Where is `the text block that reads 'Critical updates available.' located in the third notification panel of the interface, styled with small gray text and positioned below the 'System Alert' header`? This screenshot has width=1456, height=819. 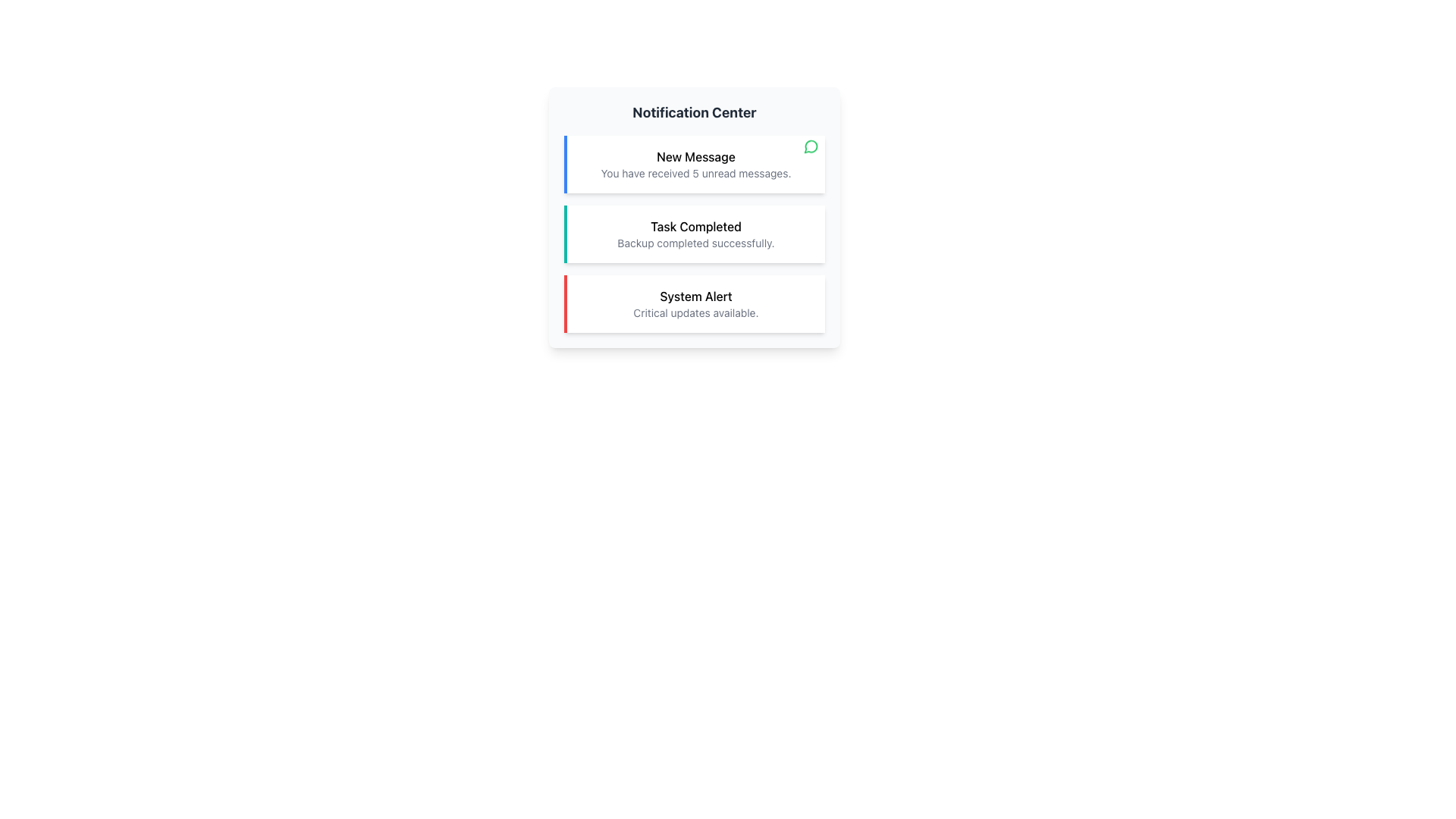 the text block that reads 'Critical updates available.' located in the third notification panel of the interface, styled with small gray text and positioned below the 'System Alert' header is located at coordinates (695, 312).